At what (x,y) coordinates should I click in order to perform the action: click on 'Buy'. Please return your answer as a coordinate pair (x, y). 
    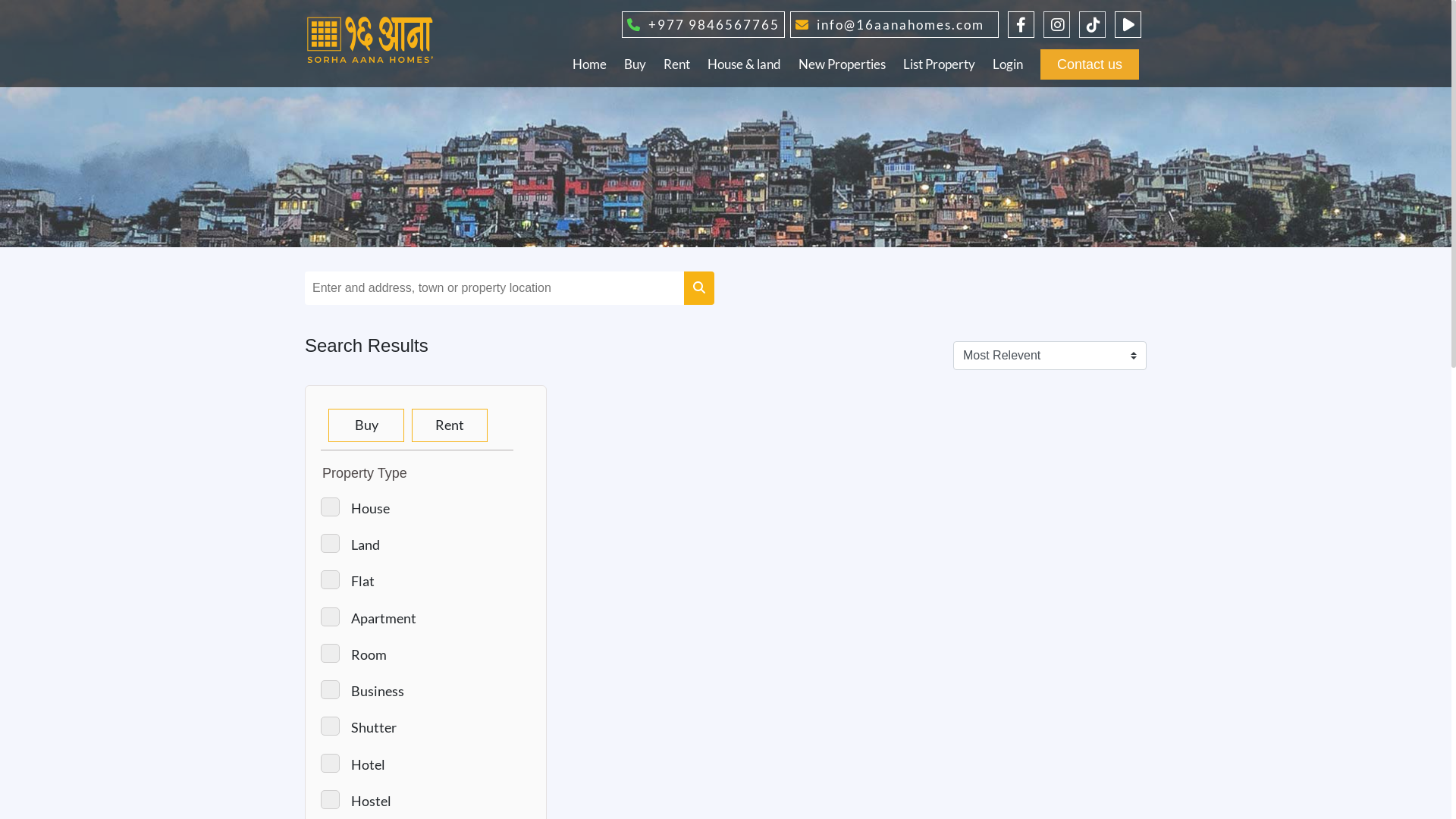
    Looking at the image, I should click on (635, 63).